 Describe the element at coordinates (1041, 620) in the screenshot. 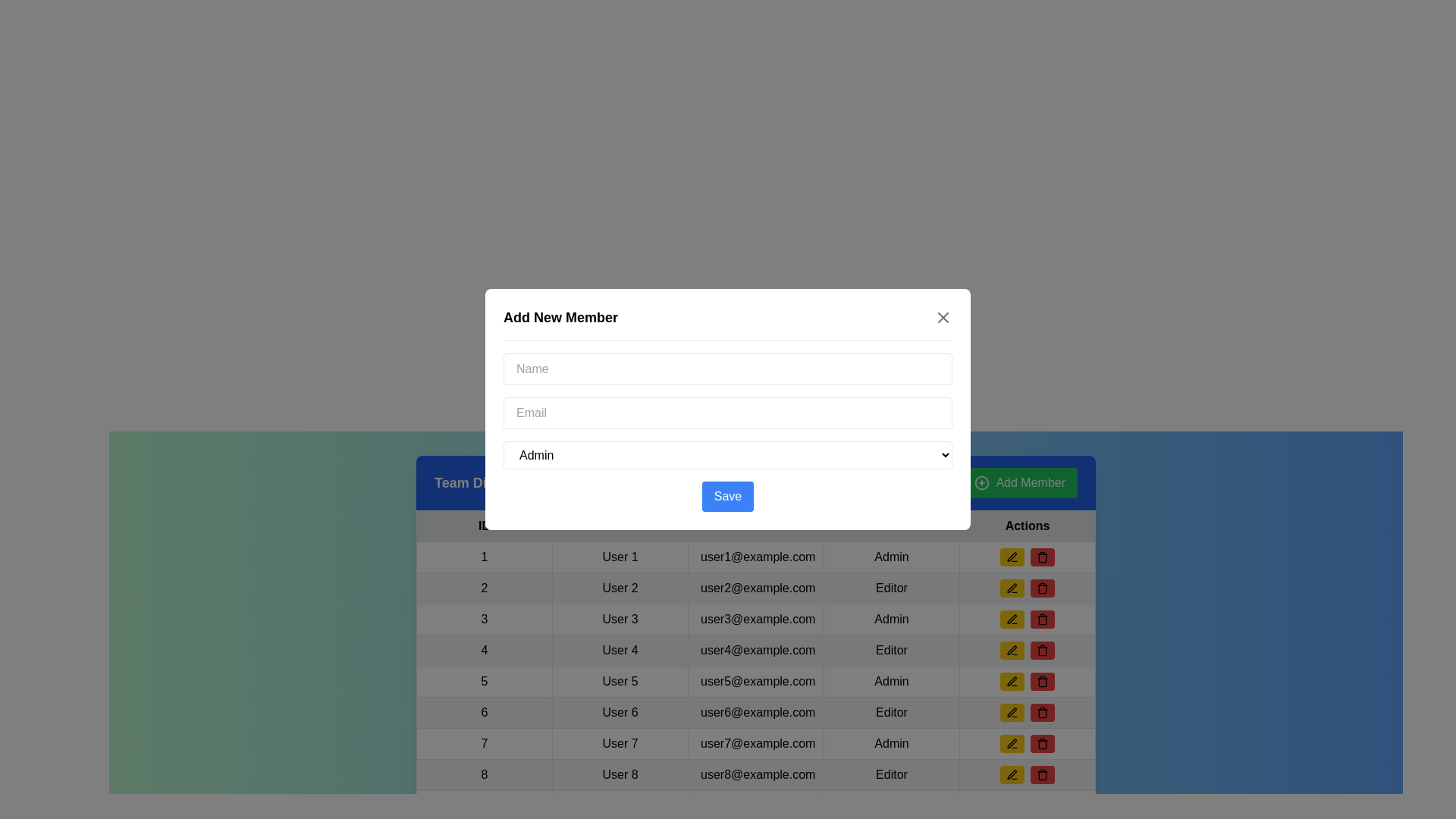

I see `the fifth trash can icon in the Actions column of the table layout to interact` at that location.